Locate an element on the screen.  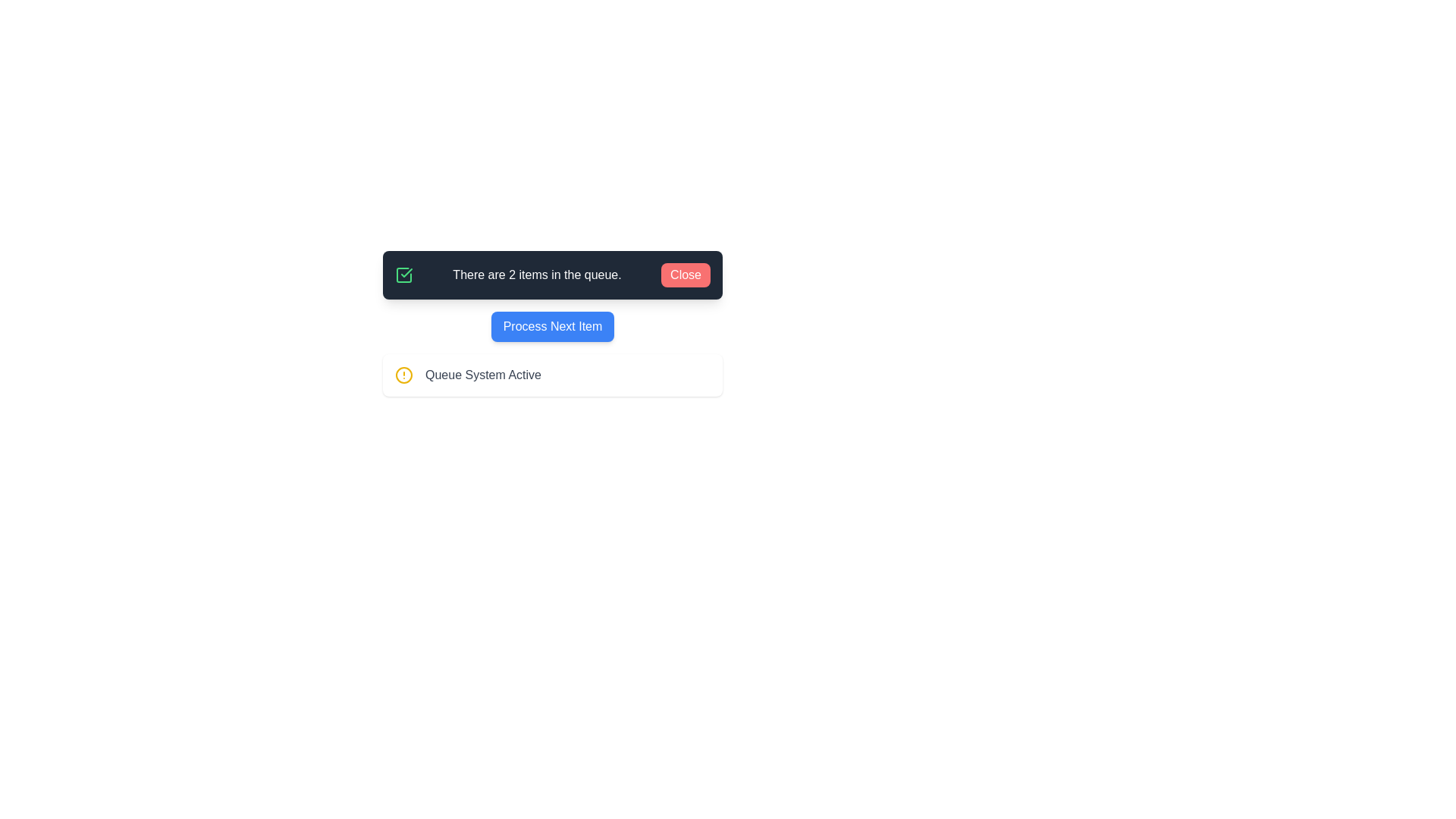
the text displayed in the snackbar to determine the current queue status is located at coordinates (552, 275).